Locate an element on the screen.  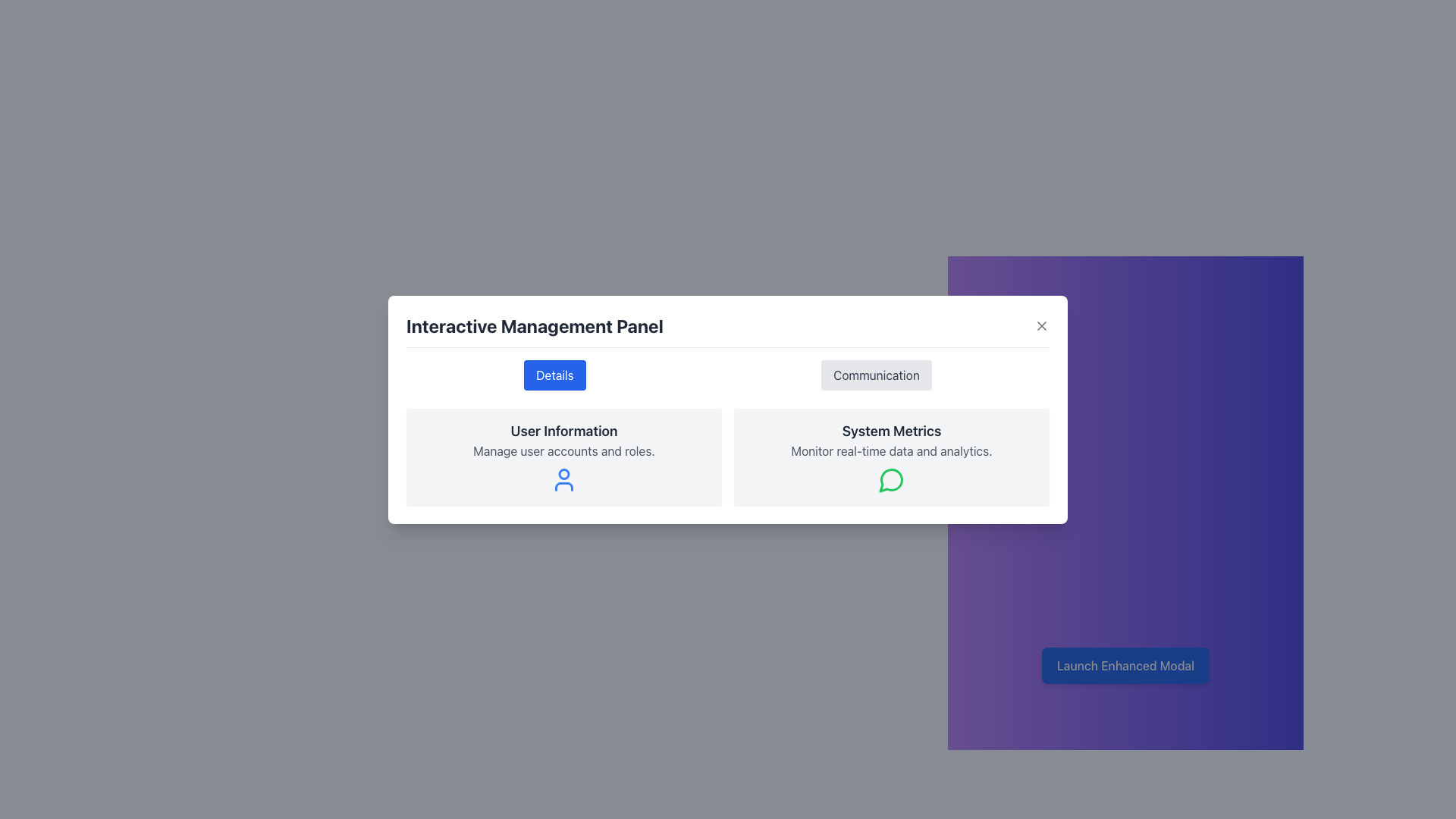
the blue rounded button labeled 'Details' is located at coordinates (554, 375).